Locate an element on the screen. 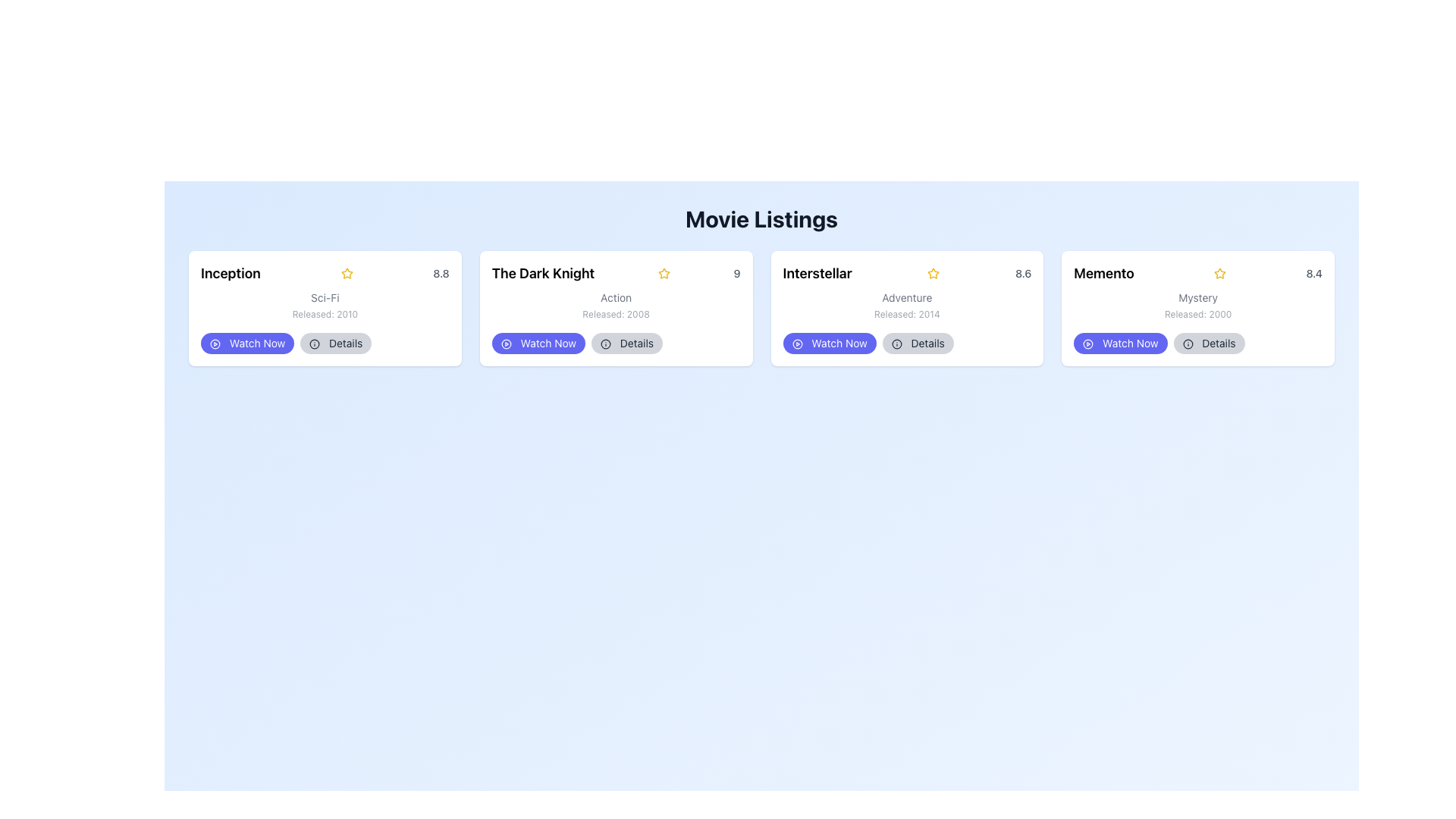 Image resolution: width=1456 pixels, height=819 pixels. the text element displaying '8.4' in gray color, which is positioned on the far right of the 'Memento' card in the movie listings grid is located at coordinates (1313, 274).